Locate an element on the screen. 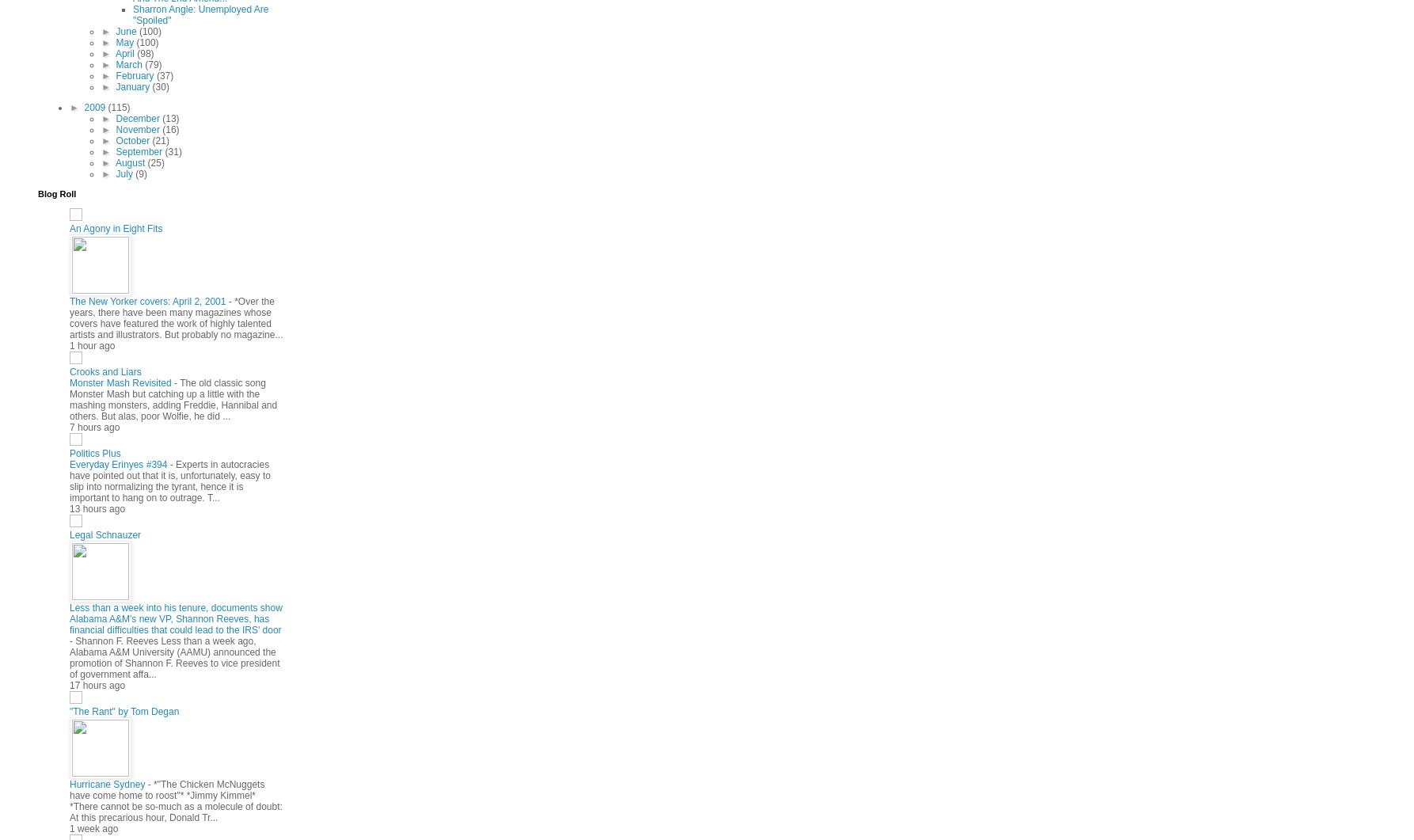 Image resolution: width=1414 pixels, height=840 pixels. 'Less than a week into his tenure, documents show Alabama A&M's new VP, Shannon Reeves, has financial difficulties that could lead to the IRS' door' is located at coordinates (174, 618).